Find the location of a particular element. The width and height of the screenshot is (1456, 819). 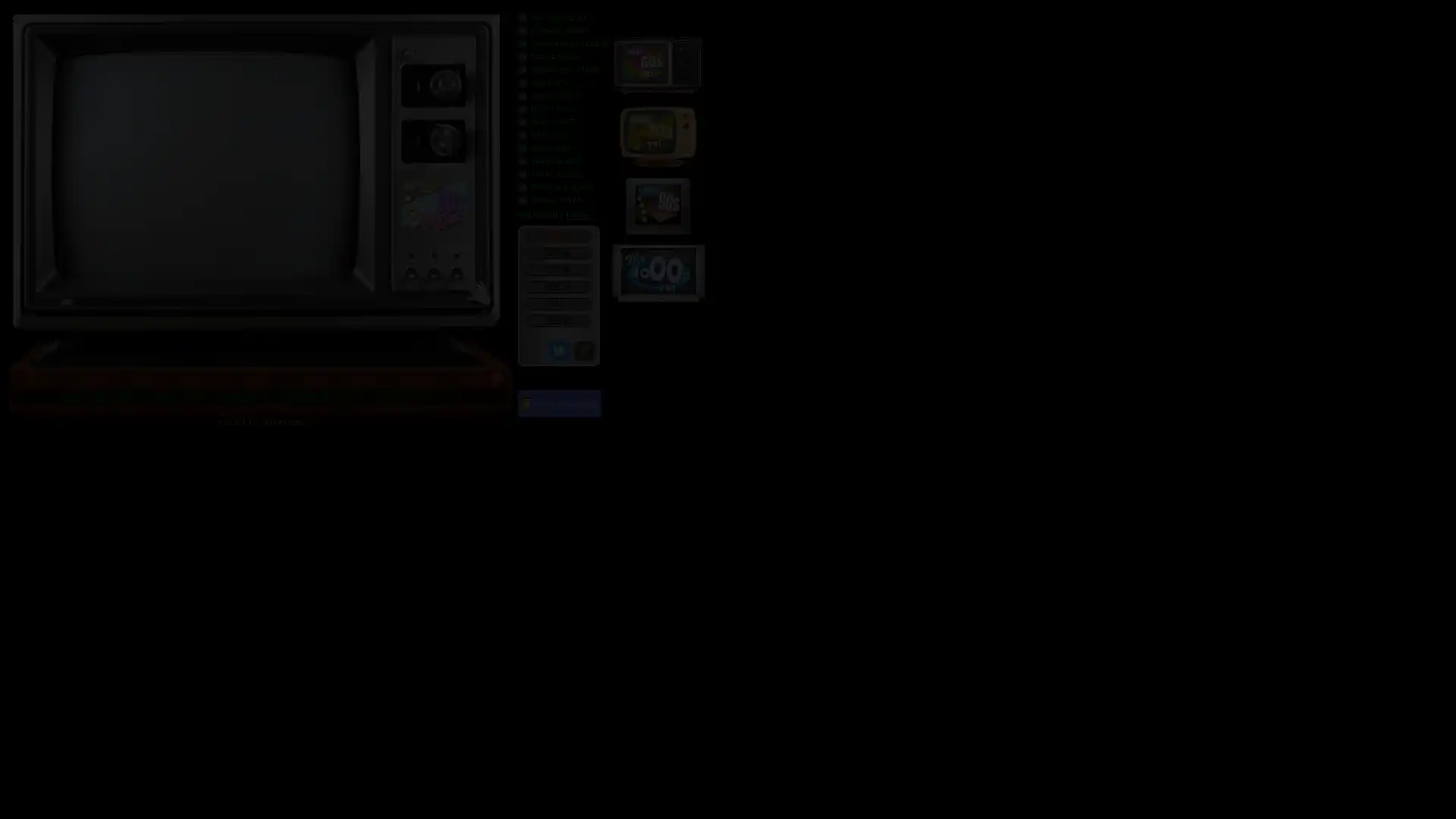

MENU is located at coordinates (557, 319).